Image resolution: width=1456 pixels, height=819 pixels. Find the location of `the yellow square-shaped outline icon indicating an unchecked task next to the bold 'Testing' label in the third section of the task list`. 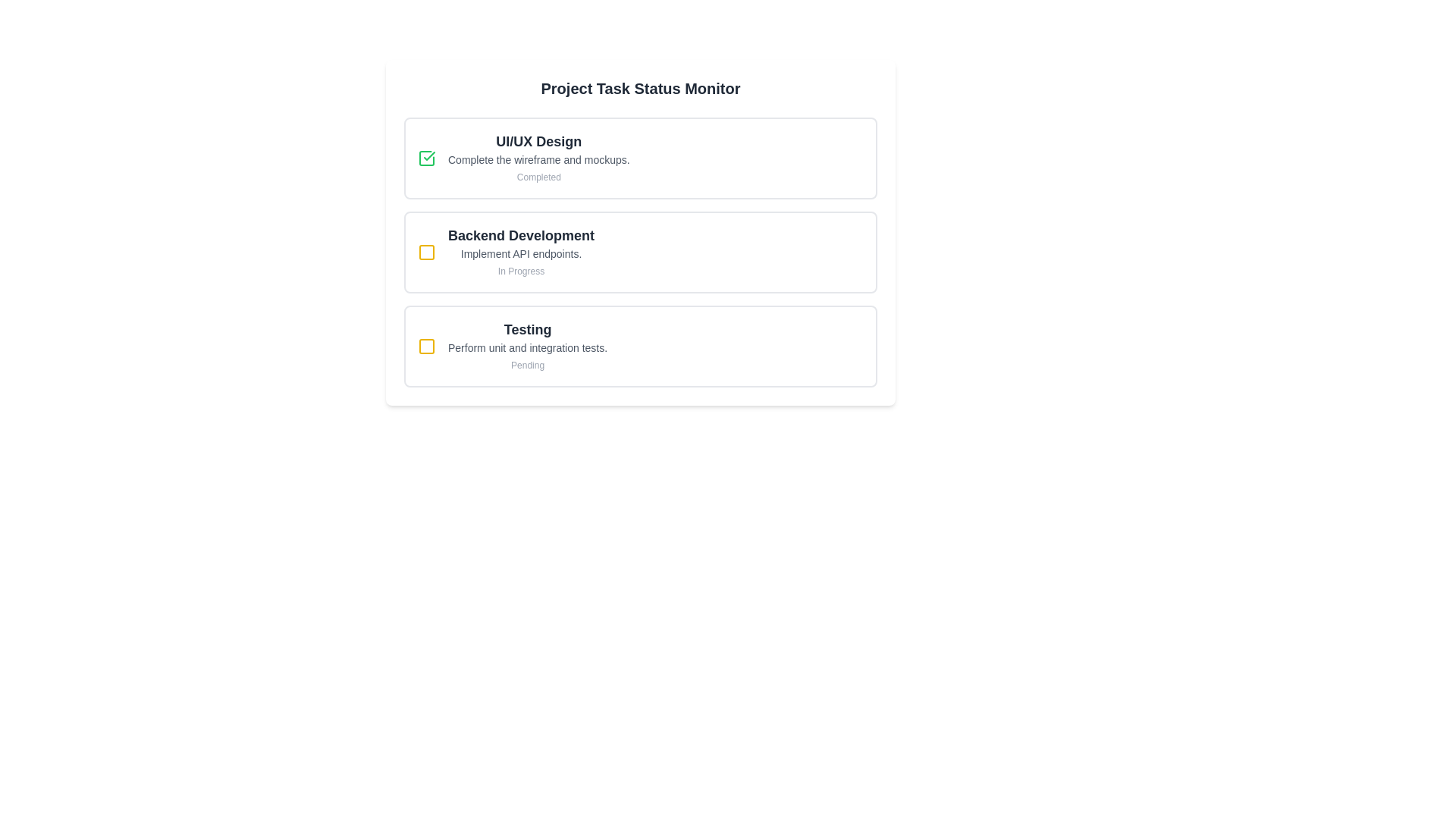

the yellow square-shaped outline icon indicating an unchecked task next to the bold 'Testing' label in the third section of the task list is located at coordinates (432, 346).